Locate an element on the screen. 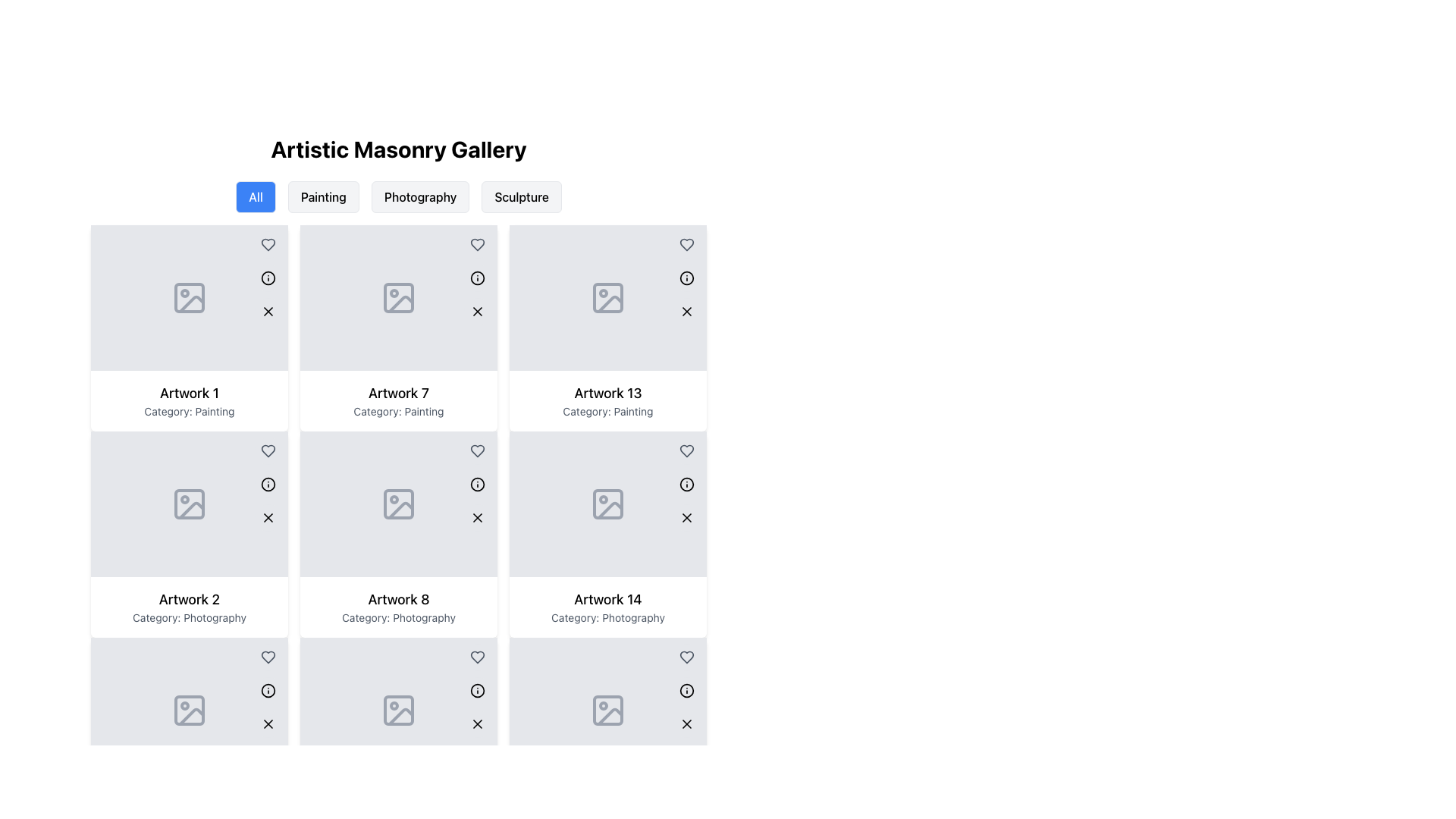  the circular button with a light gray background and a black 'X' icon, located at the top-right corner of the 'Artwork 14' card is located at coordinates (686, 723).